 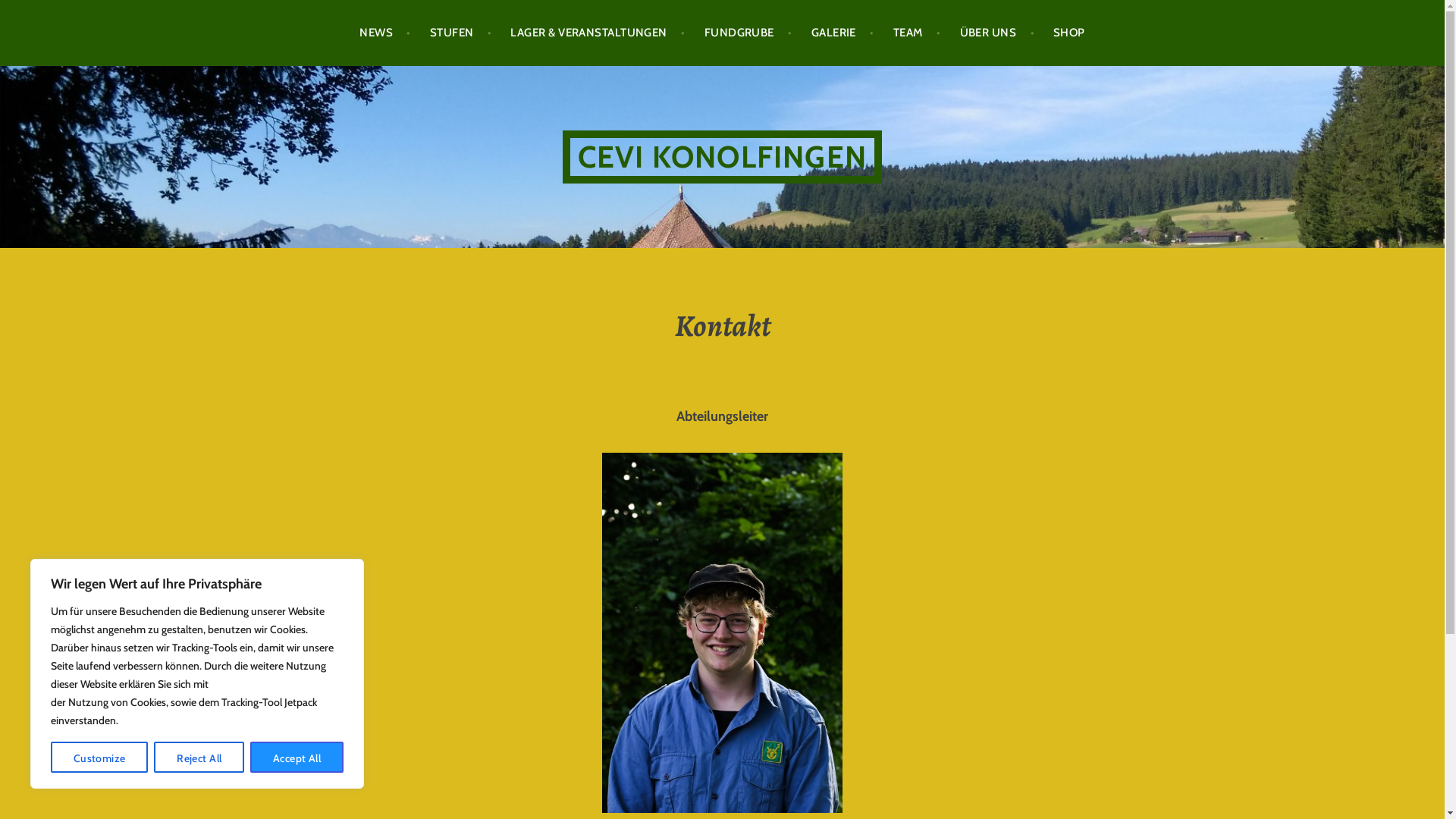 I want to click on 'Customize', so click(x=98, y=757).